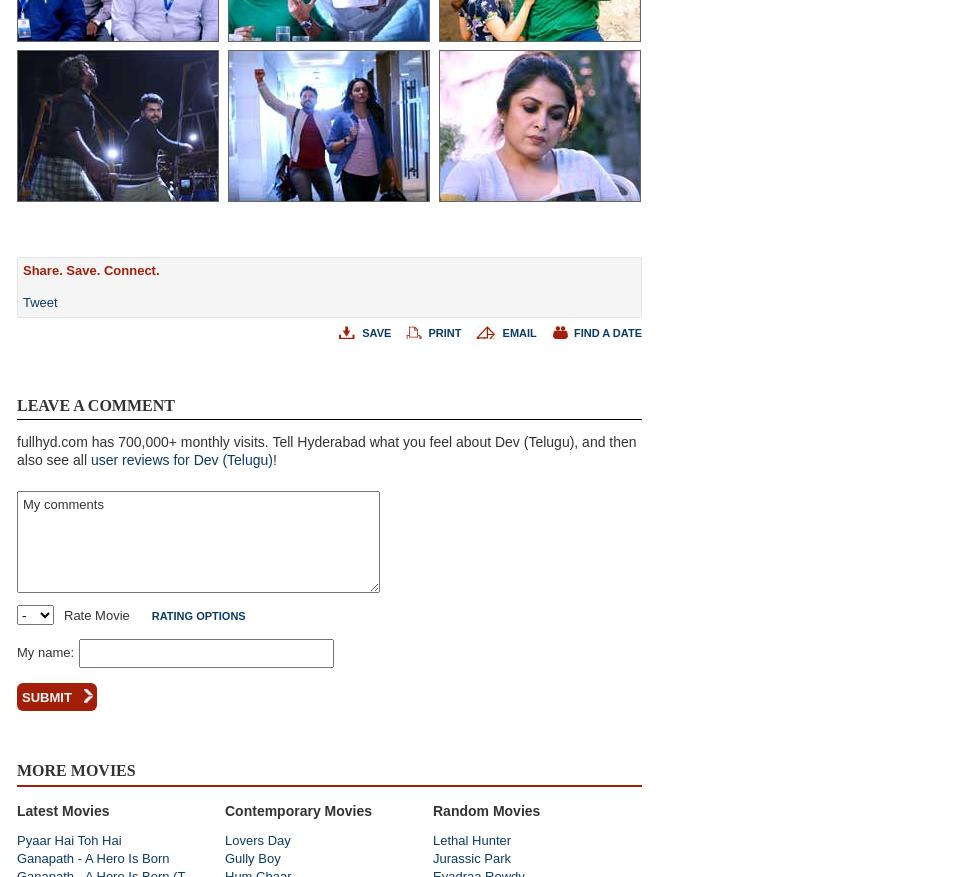 The width and height of the screenshot is (980, 877). What do you see at coordinates (225, 809) in the screenshot?
I see `'Contemporary Movies'` at bounding box center [225, 809].